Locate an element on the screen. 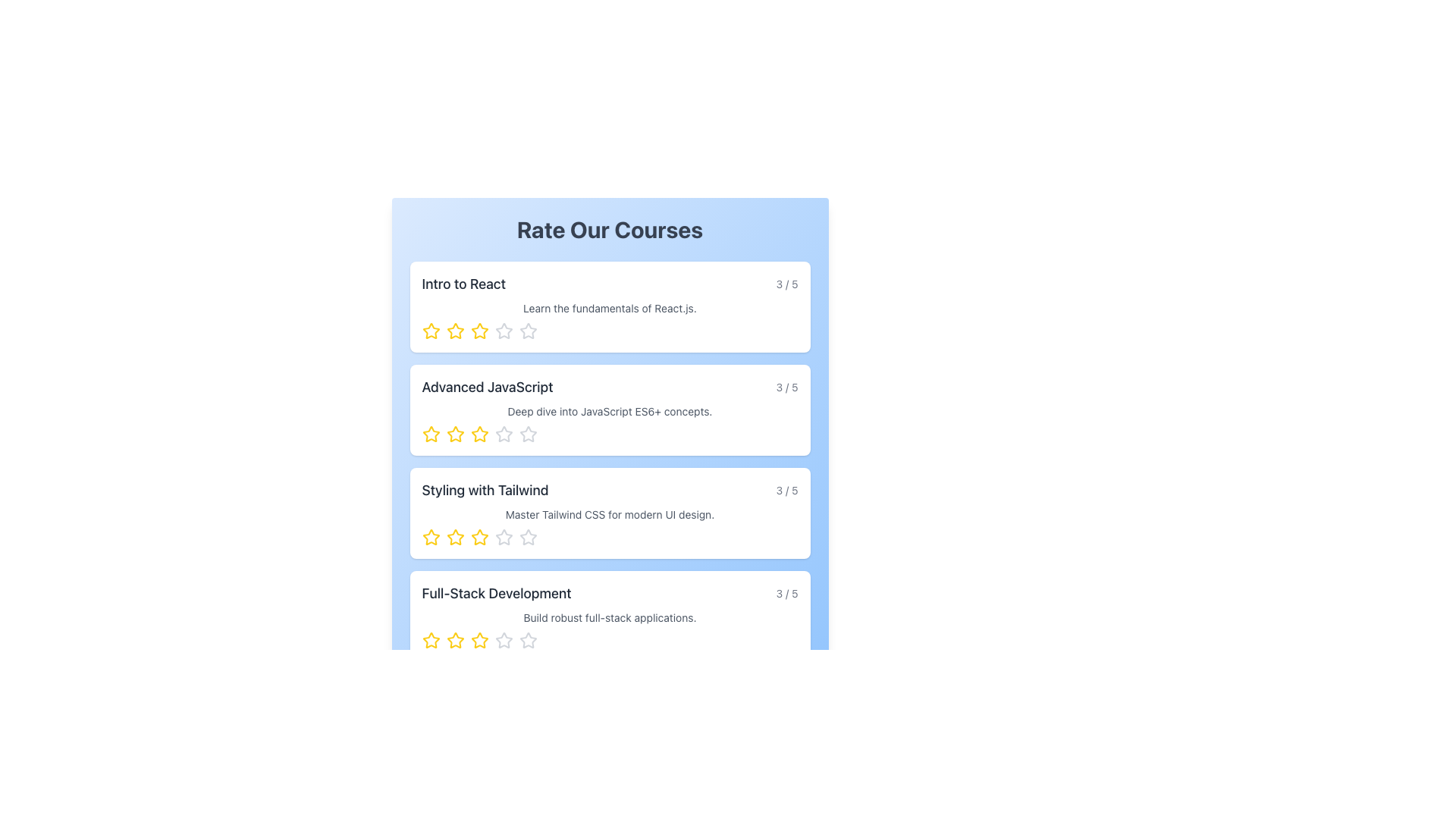 The height and width of the screenshot is (819, 1456). the yellow star icon, which is the first in a row of five rating stars for the 'Intro to React' course is located at coordinates (430, 330).